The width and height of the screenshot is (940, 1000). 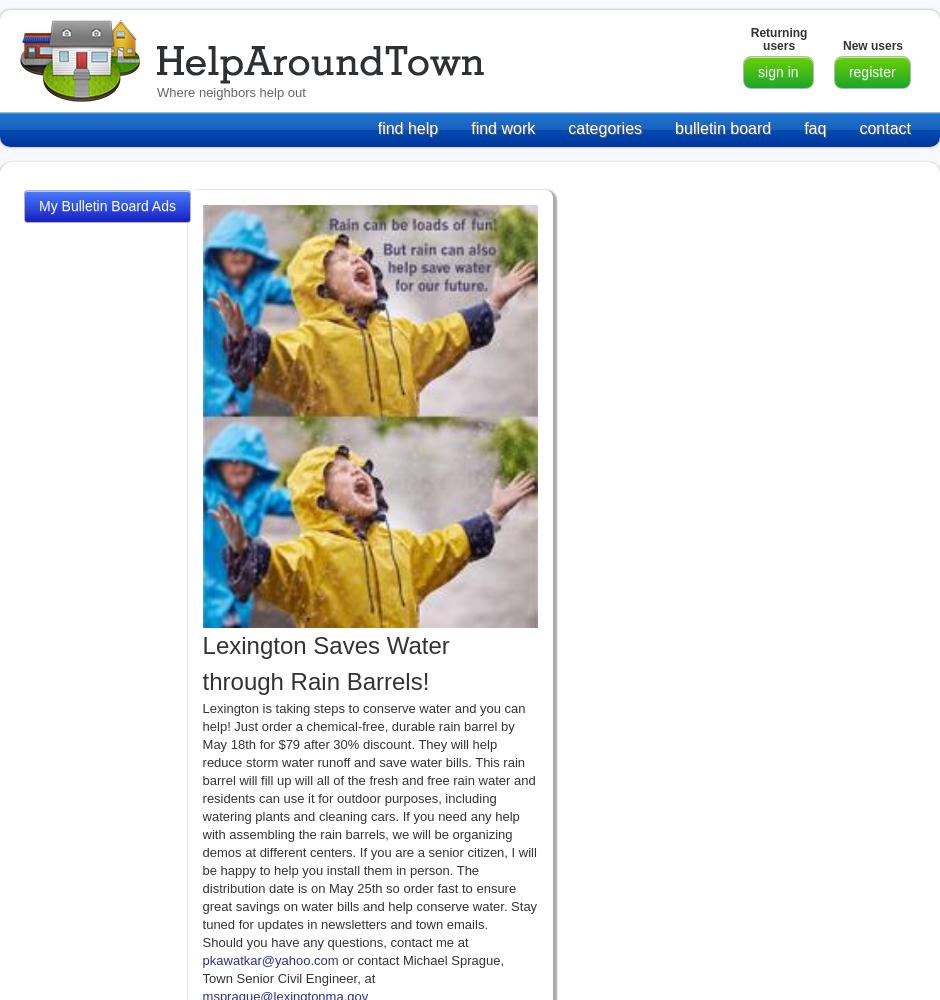 What do you see at coordinates (722, 128) in the screenshot?
I see `'bulletin board'` at bounding box center [722, 128].